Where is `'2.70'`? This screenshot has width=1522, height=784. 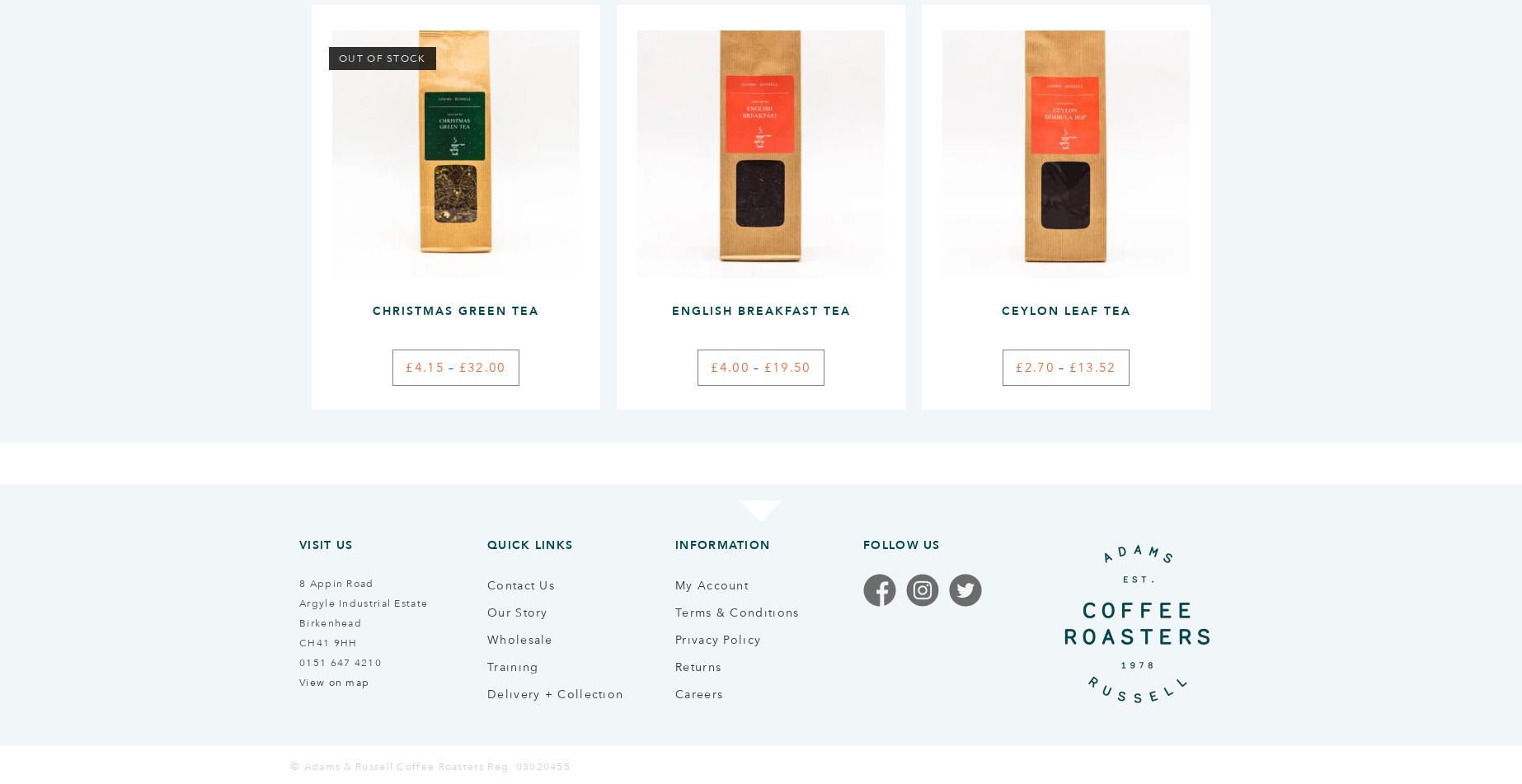 '2.70' is located at coordinates (1039, 366).